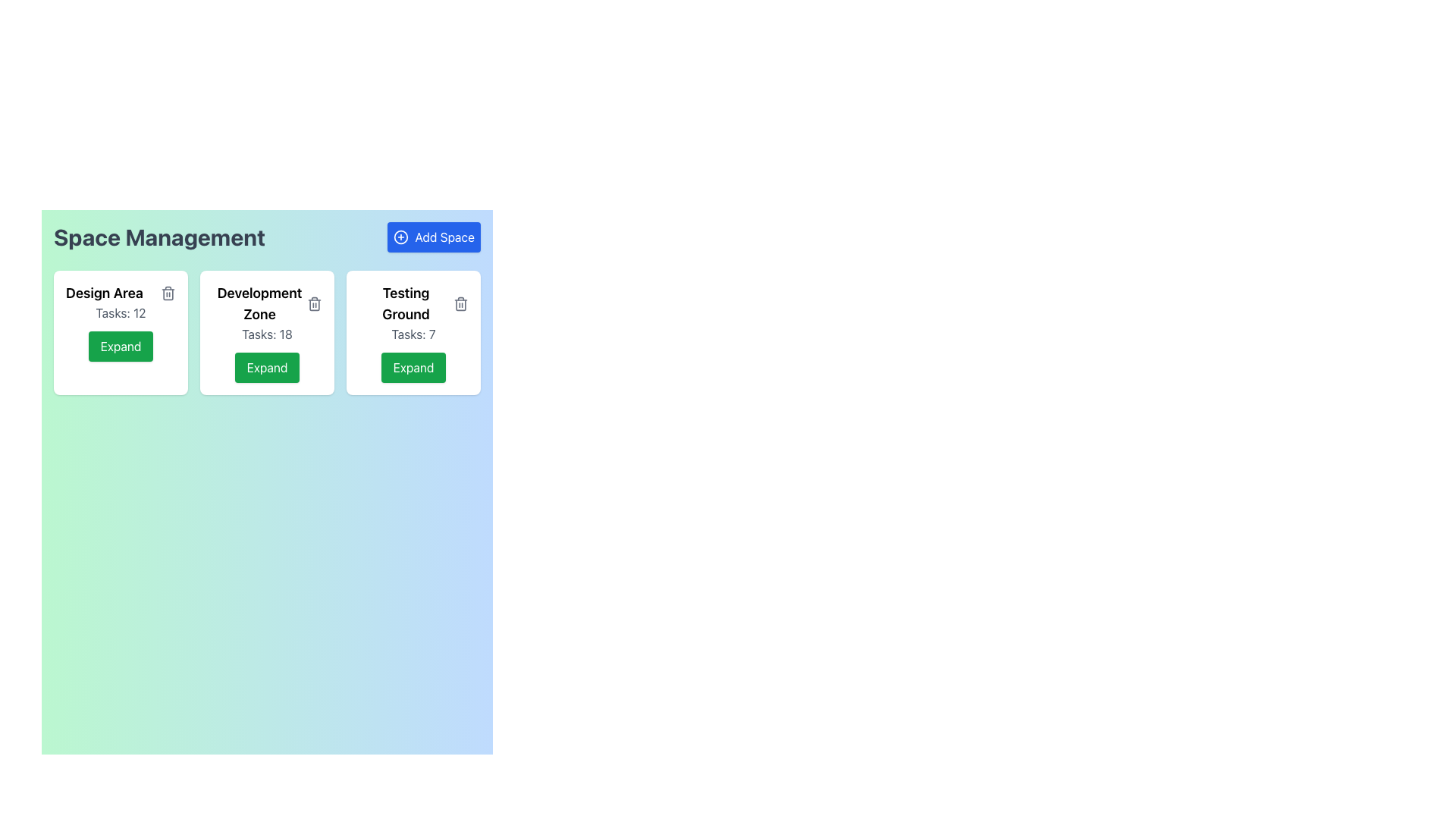  Describe the element at coordinates (168, 294) in the screenshot. I see `the trash icon located in the top-right corner of the 'Design Area' card` at that location.